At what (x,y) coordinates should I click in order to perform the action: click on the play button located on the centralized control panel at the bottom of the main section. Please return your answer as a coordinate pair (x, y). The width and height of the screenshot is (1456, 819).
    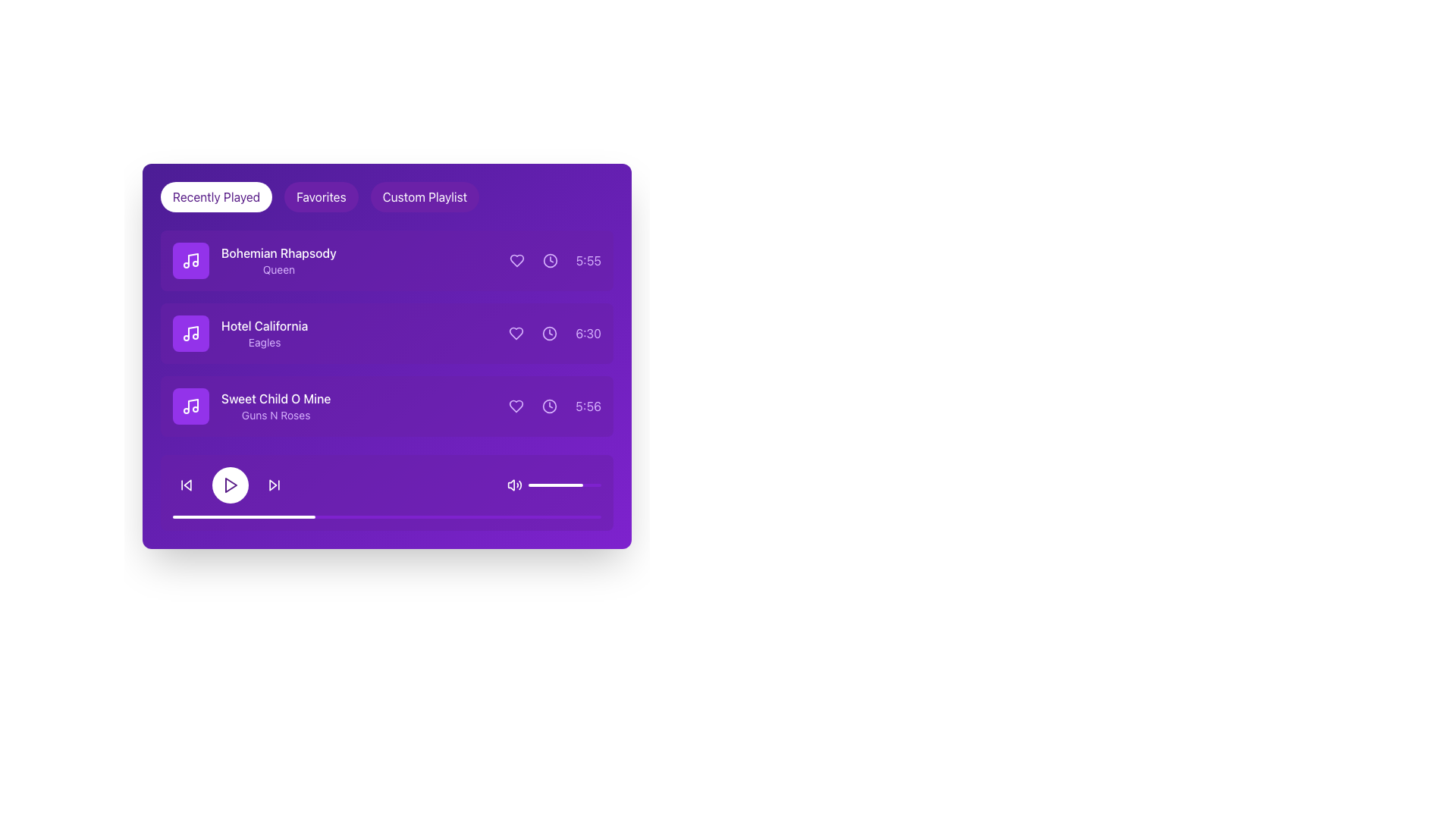
    Looking at the image, I should click on (387, 485).